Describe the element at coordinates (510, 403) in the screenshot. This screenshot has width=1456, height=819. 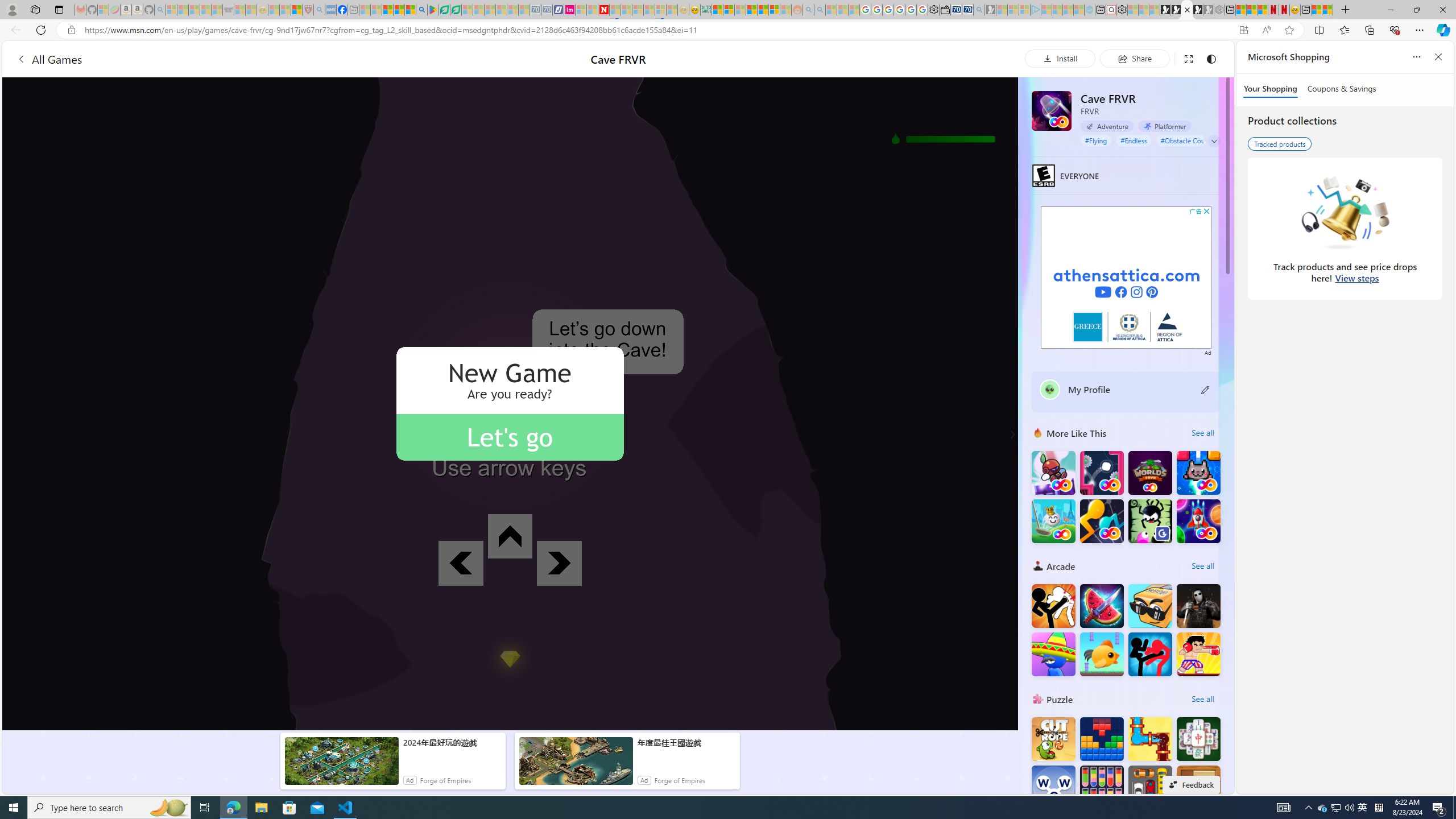
I see `'AutomationID: gameCanvas'` at that location.